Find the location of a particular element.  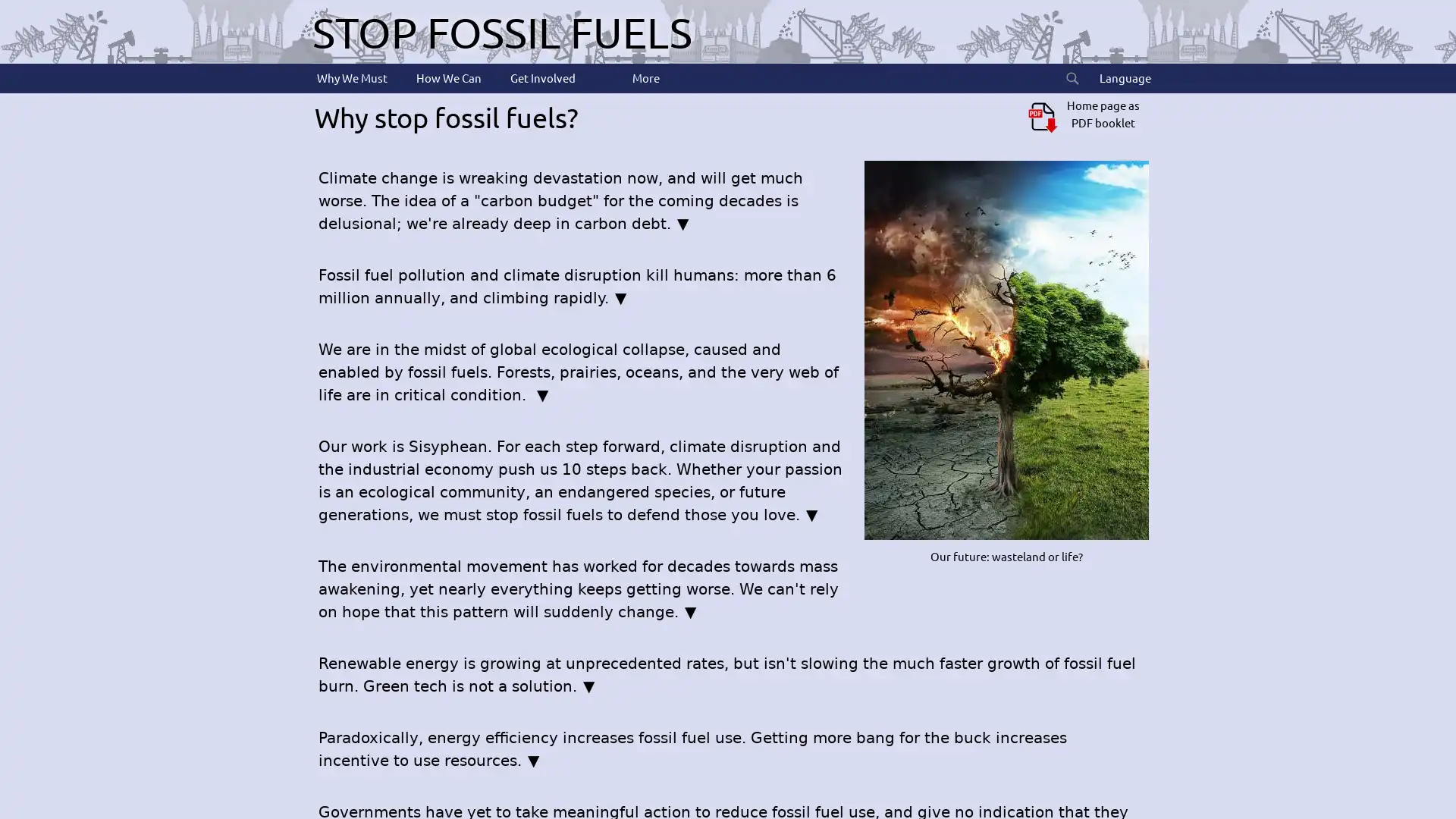

Language is located at coordinates (1123, 78).